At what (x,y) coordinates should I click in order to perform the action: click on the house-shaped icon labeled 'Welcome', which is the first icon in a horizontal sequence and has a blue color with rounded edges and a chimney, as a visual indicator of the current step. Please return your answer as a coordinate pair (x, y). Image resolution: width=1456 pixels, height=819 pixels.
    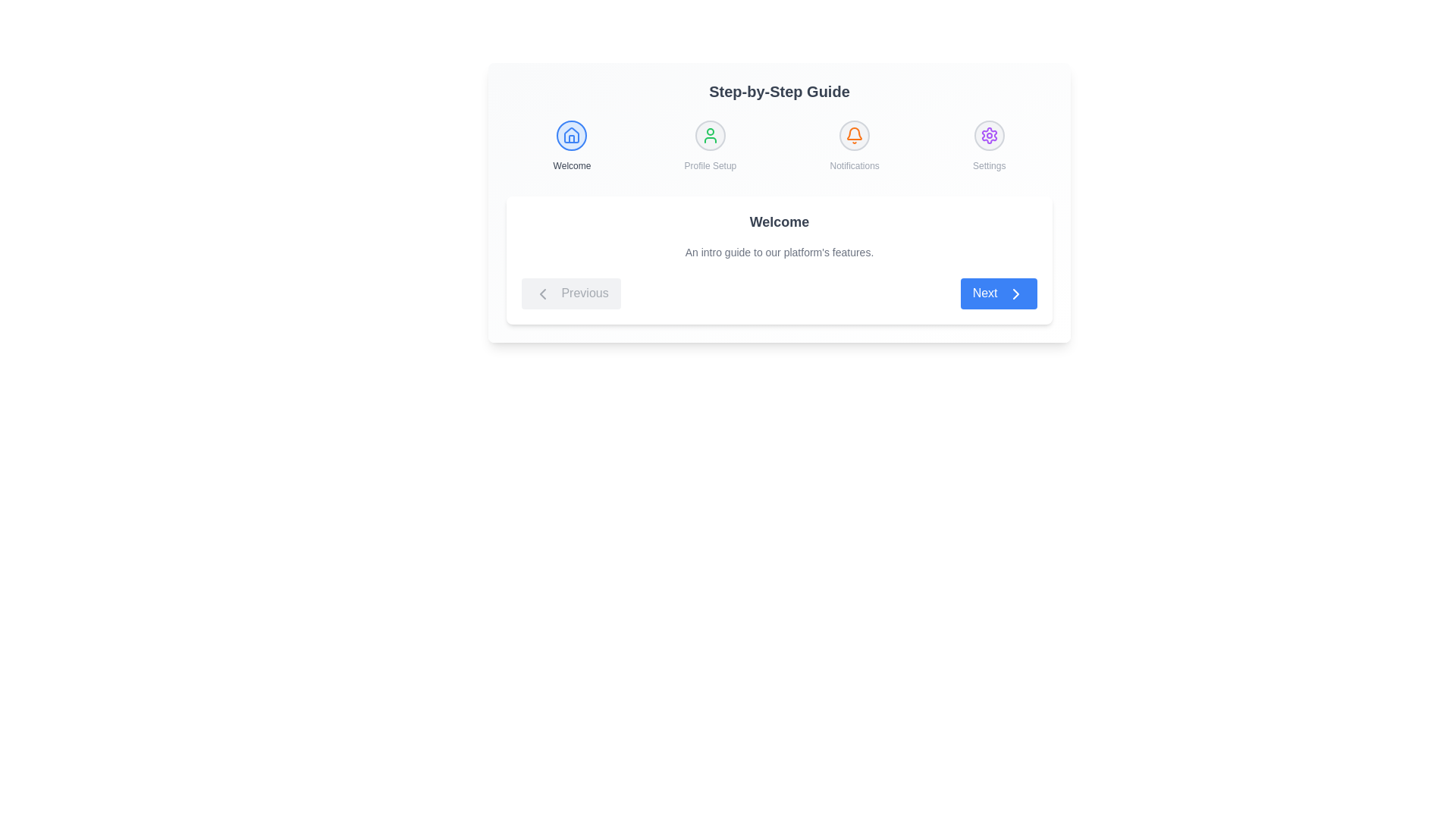
    Looking at the image, I should click on (571, 134).